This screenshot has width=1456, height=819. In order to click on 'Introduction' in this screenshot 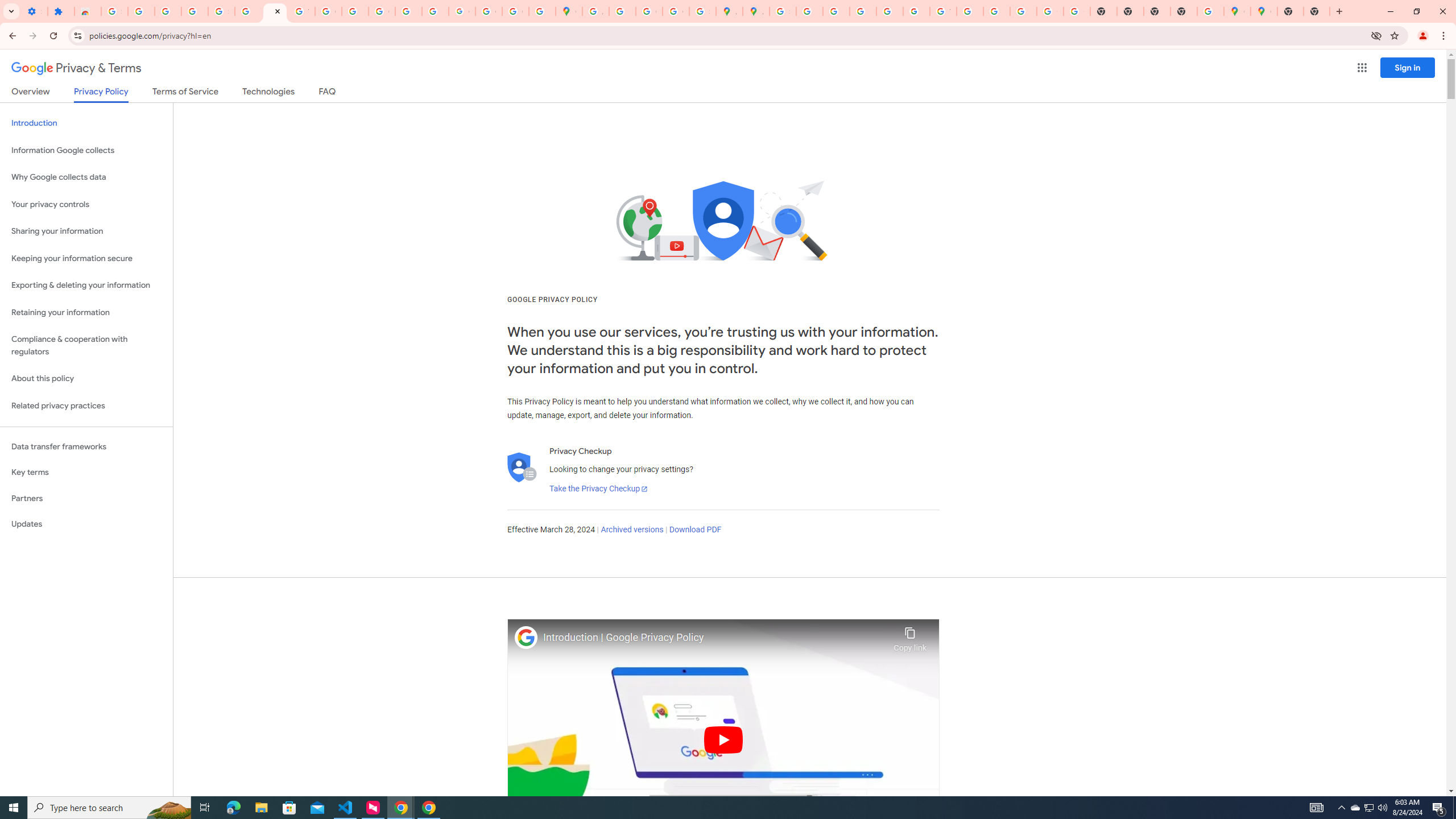, I will do `click(86, 122)`.